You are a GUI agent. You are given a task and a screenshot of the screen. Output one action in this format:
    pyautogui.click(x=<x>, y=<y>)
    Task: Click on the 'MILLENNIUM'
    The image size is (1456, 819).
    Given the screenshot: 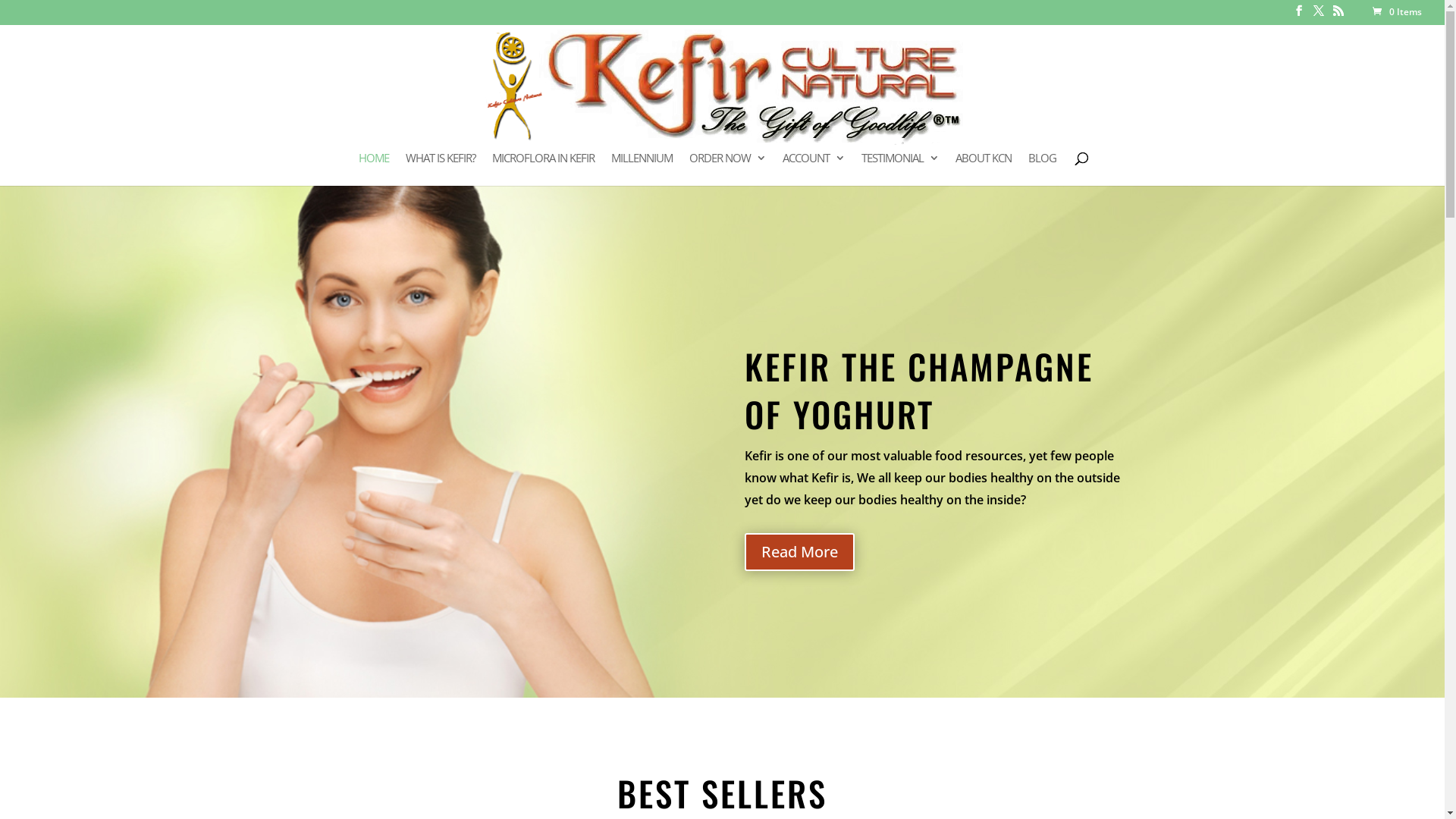 What is the action you would take?
    pyautogui.click(x=642, y=168)
    